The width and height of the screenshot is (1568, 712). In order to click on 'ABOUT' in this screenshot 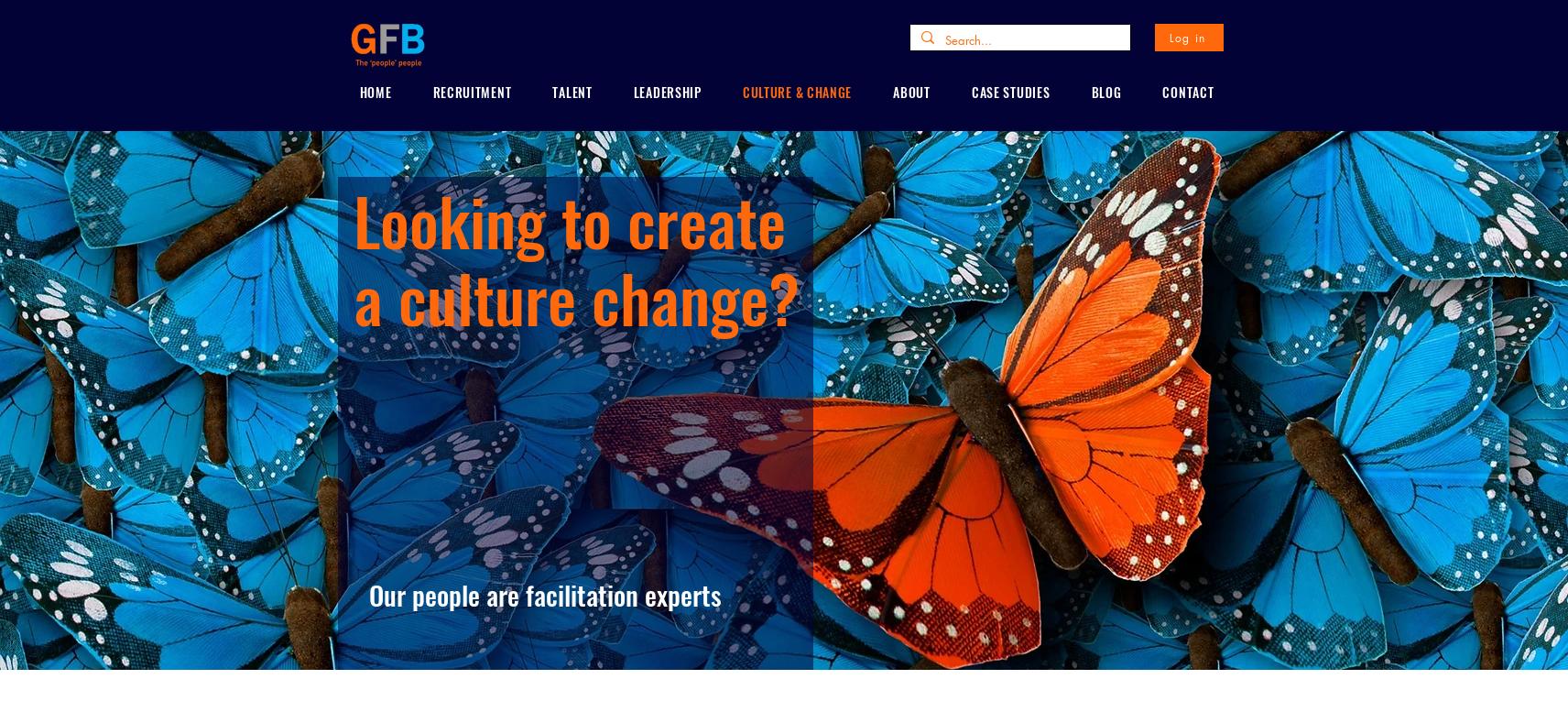, I will do `click(910, 91)`.